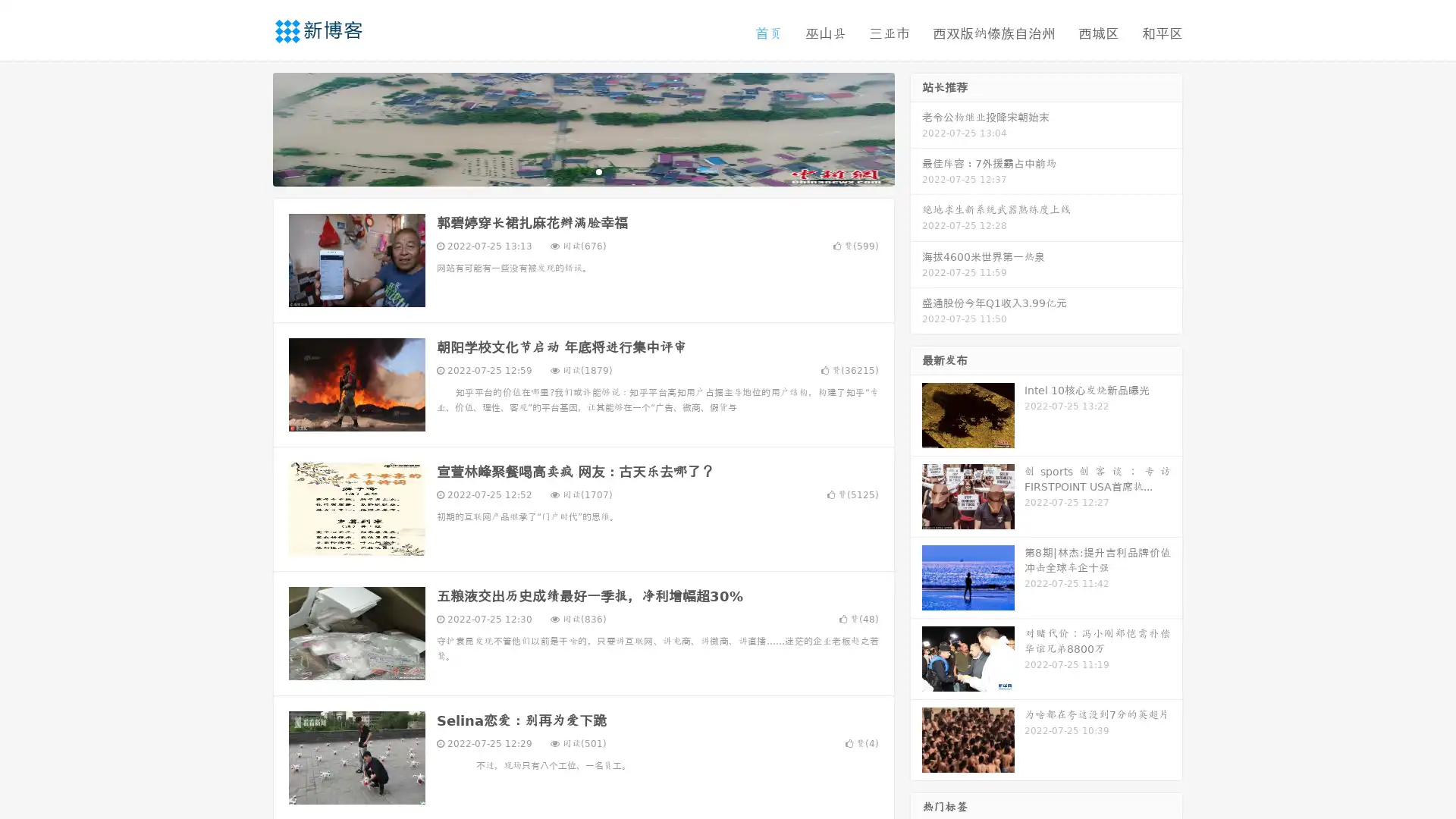 The width and height of the screenshot is (1456, 819). What do you see at coordinates (567, 171) in the screenshot?
I see `Go to slide 1` at bounding box center [567, 171].